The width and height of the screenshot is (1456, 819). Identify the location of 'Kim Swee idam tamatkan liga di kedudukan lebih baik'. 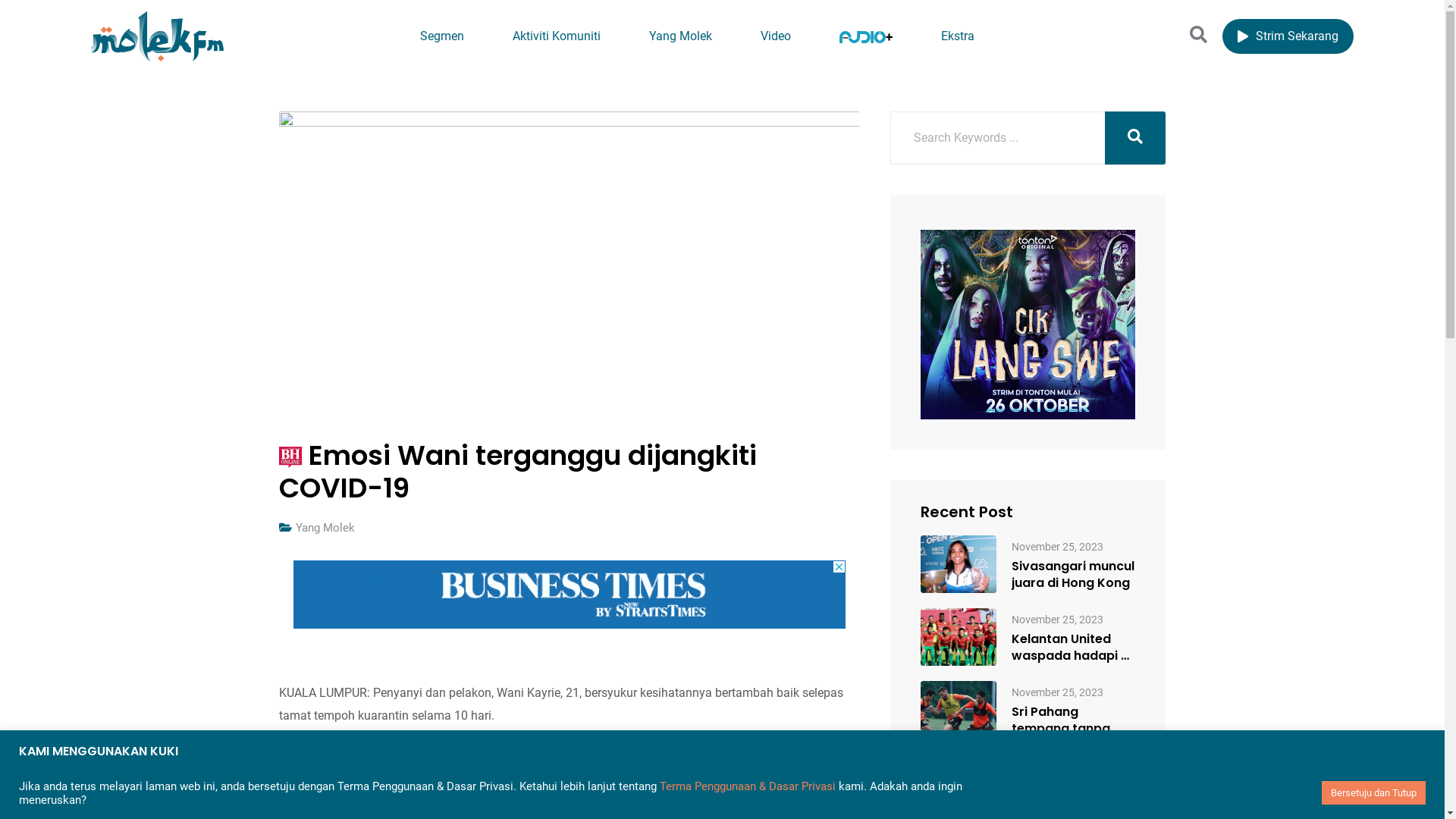
(1072, 792).